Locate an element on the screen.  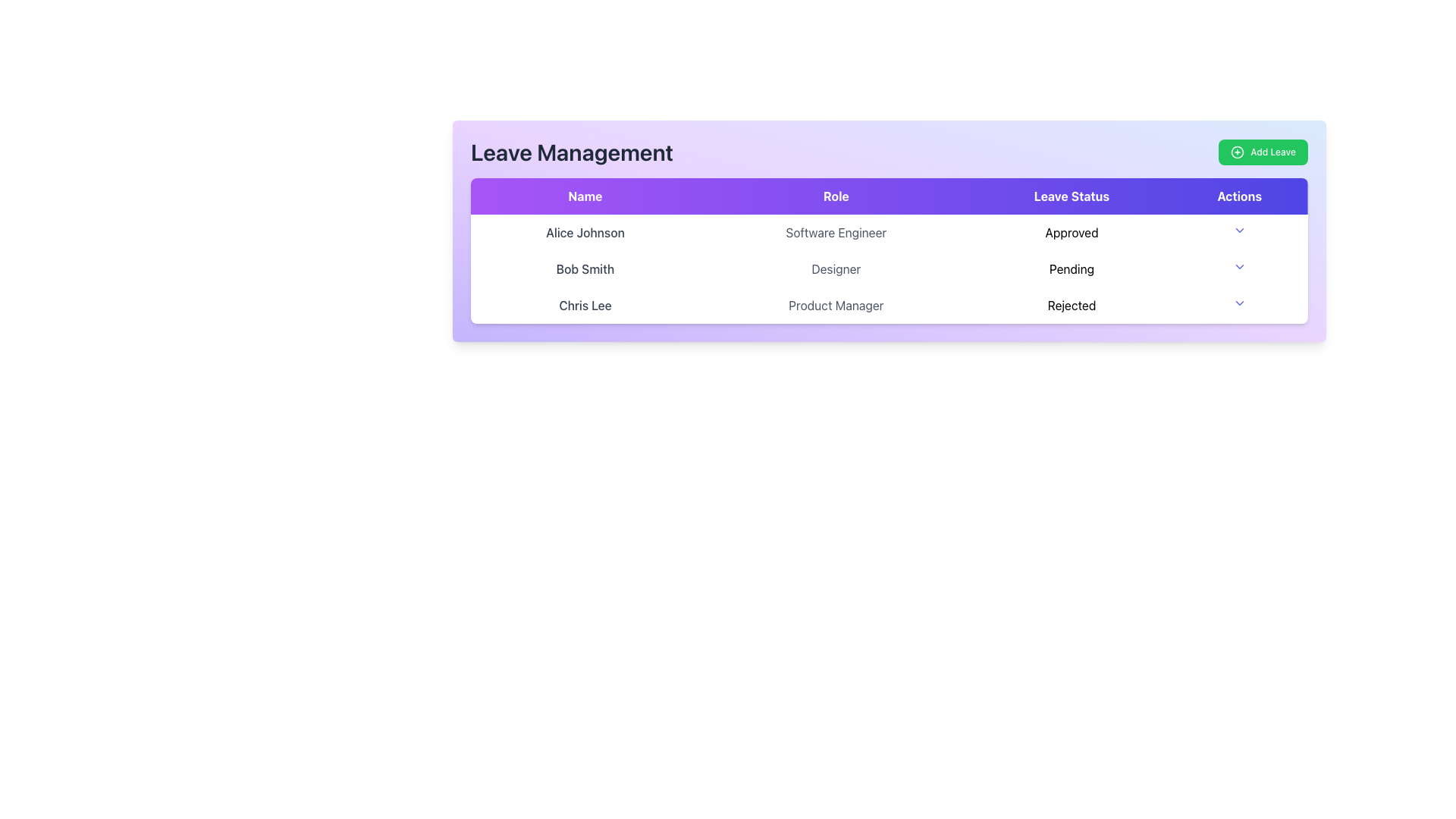
the dropdown toggle button located at the far-right side of the row for 'Chris Lee', 'Product Manager', and 'Rejected' under the 'Actions' column is located at coordinates (1238, 305).